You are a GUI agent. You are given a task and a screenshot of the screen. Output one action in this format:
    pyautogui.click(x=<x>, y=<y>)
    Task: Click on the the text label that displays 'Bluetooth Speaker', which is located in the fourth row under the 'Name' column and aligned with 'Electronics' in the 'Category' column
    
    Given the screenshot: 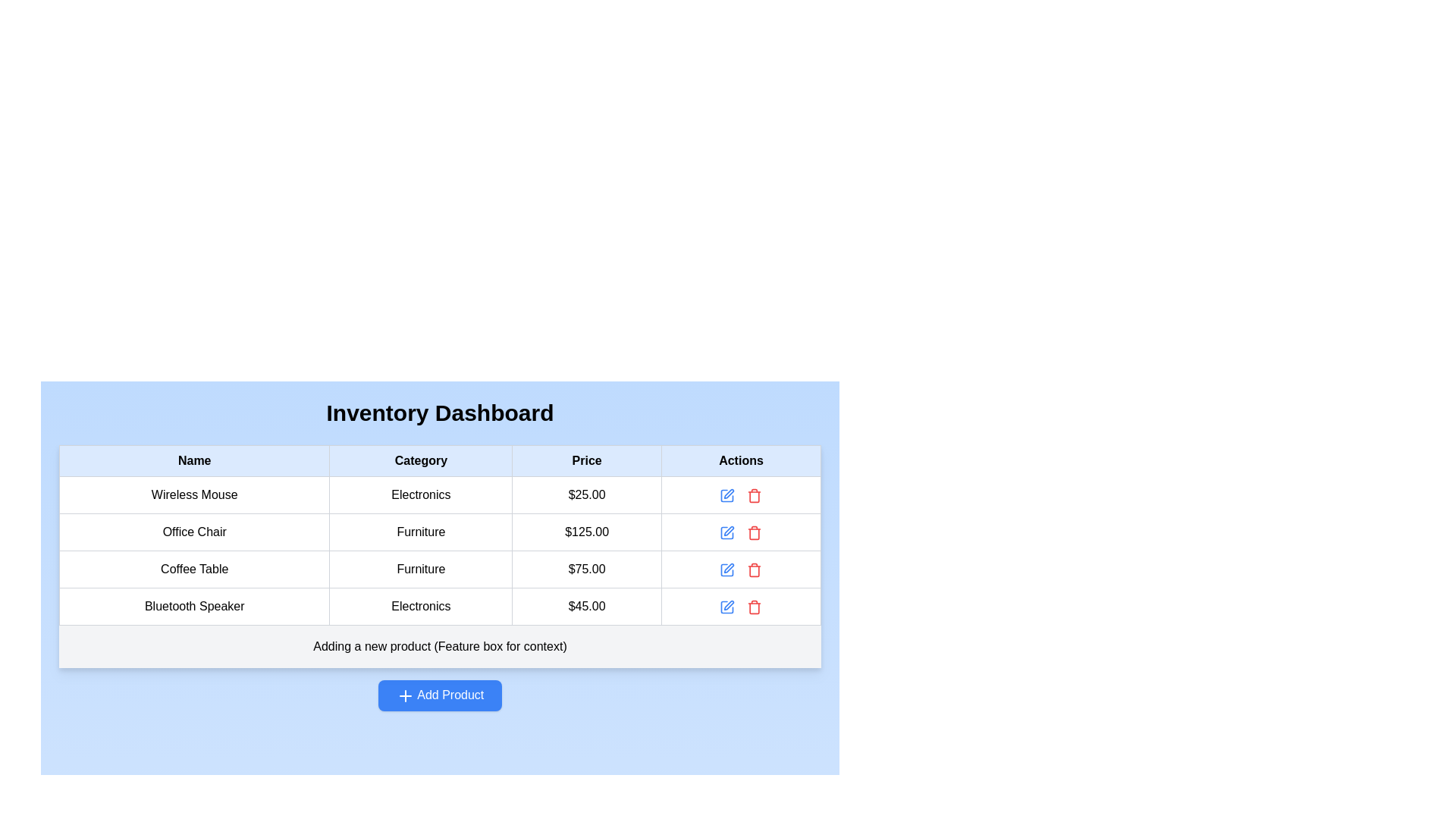 What is the action you would take?
    pyautogui.click(x=193, y=605)
    